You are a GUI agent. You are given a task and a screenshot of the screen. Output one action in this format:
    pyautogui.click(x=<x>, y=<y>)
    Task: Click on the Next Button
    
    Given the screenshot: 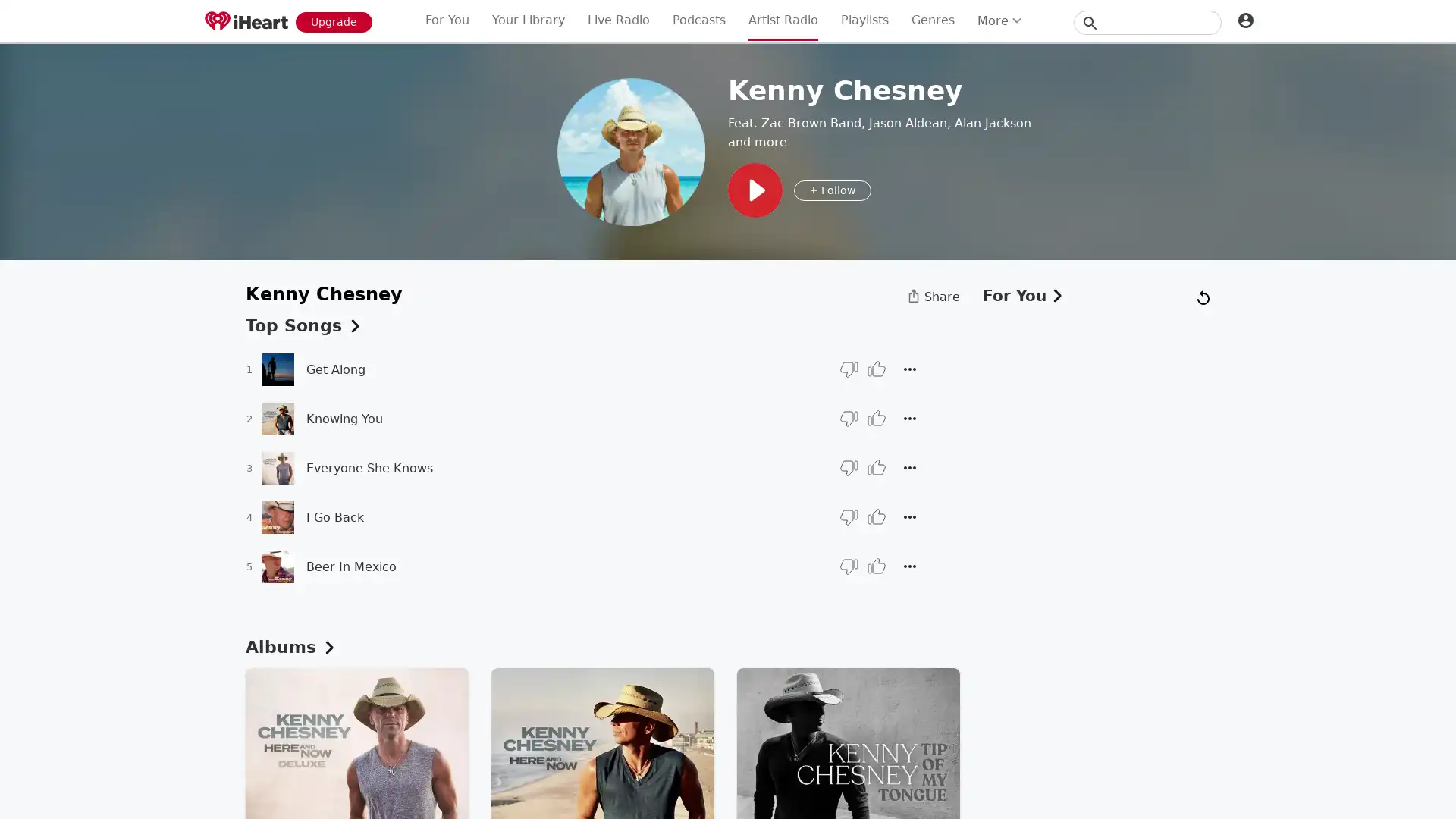 What is the action you would take?
    pyautogui.click(x=769, y=782)
    